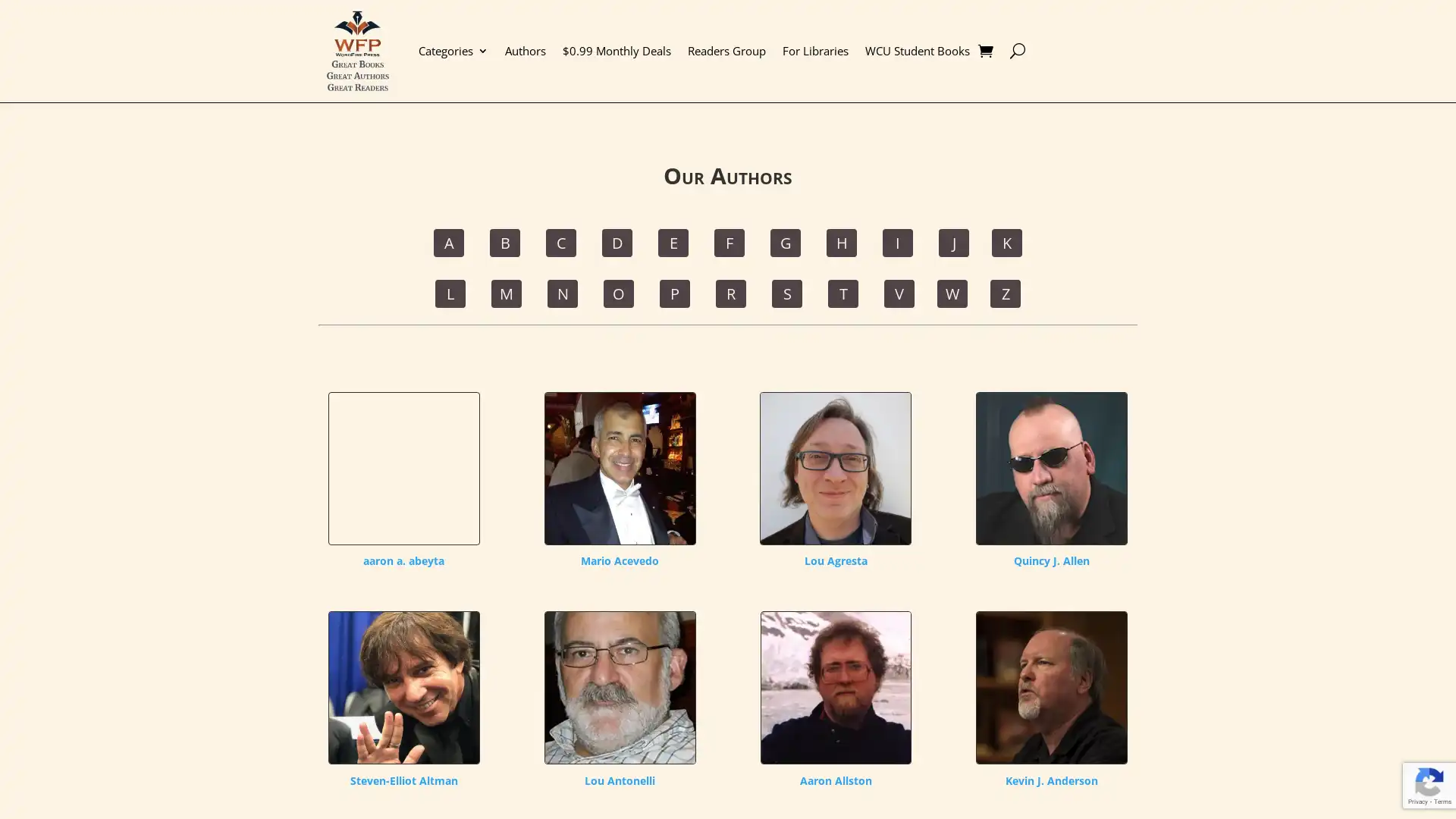 The height and width of the screenshot is (819, 1456). What do you see at coordinates (1007, 241) in the screenshot?
I see `K` at bounding box center [1007, 241].